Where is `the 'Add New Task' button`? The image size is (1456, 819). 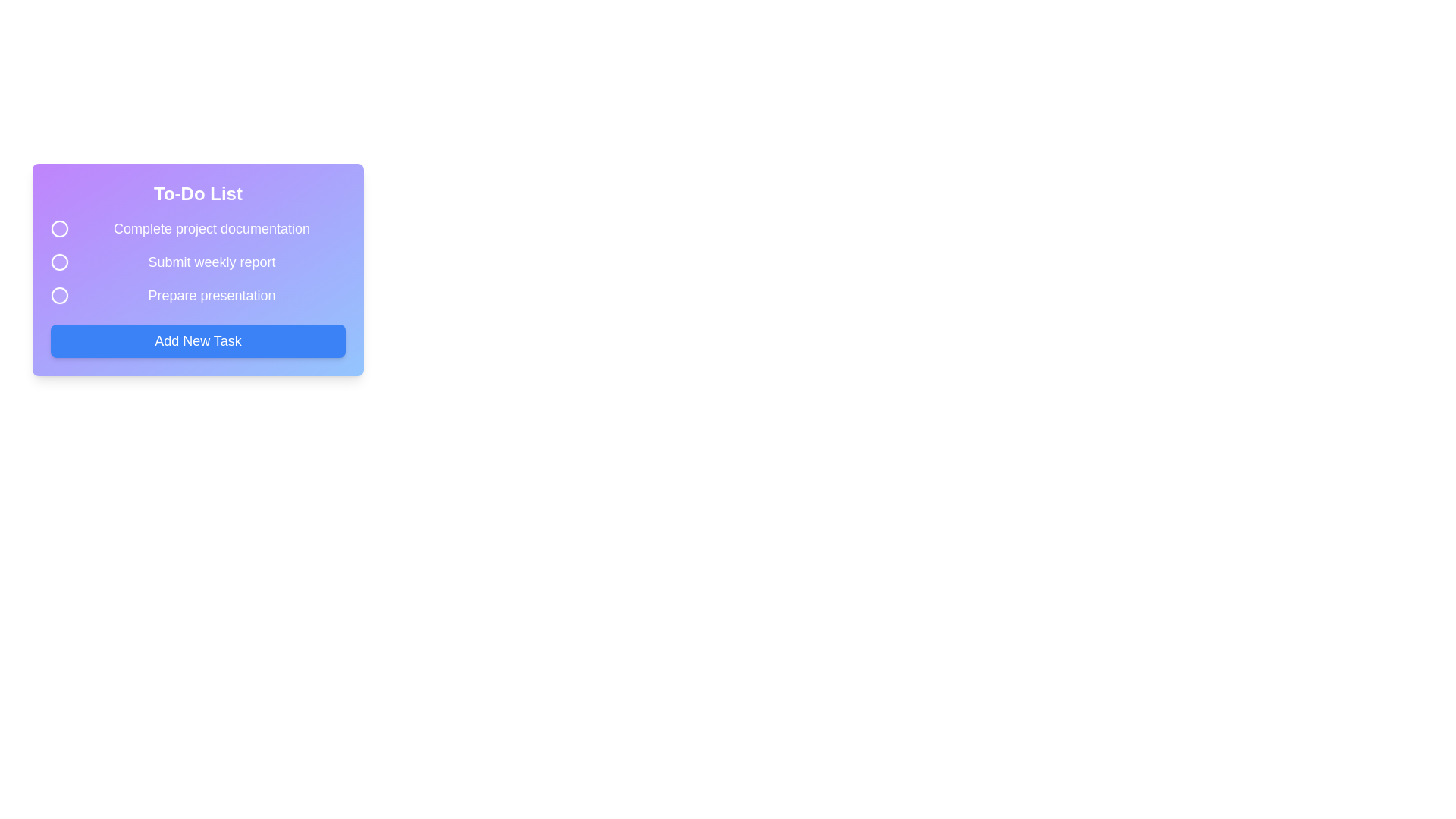 the 'Add New Task' button is located at coordinates (197, 341).